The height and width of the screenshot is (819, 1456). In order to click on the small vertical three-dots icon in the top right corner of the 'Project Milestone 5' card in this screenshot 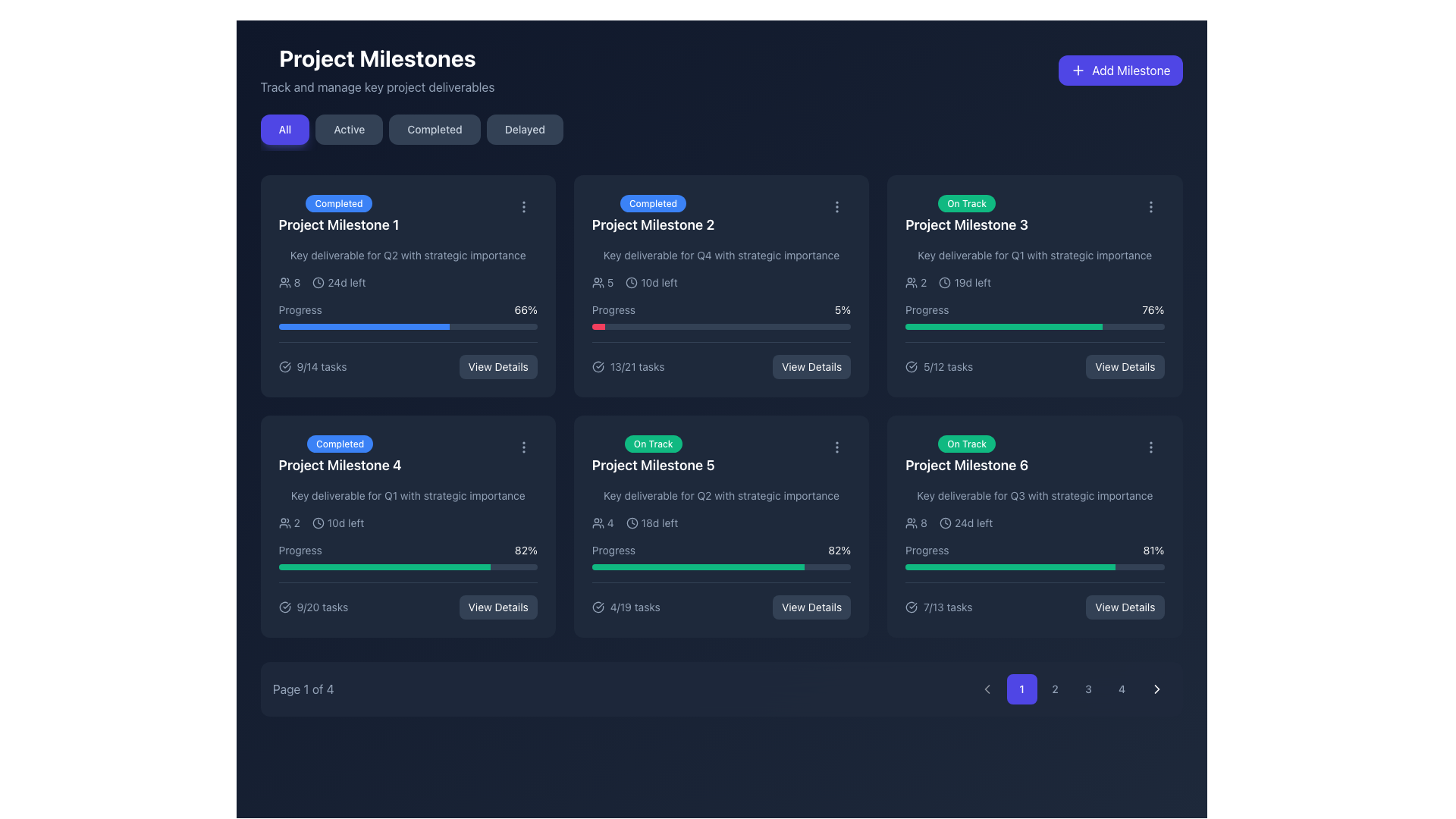, I will do `click(836, 447)`.